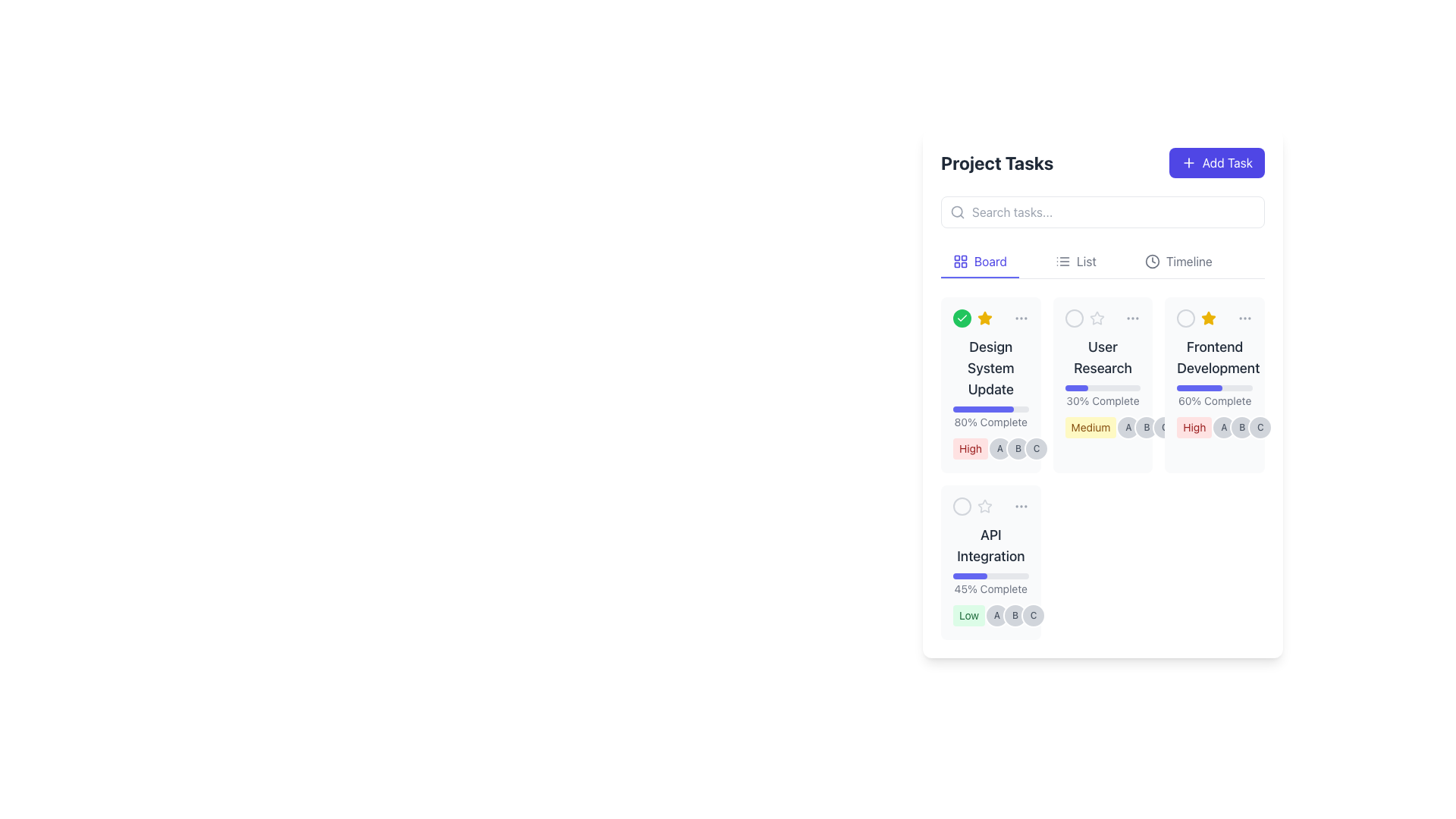 This screenshot has height=819, width=1456. What do you see at coordinates (1242, 427) in the screenshot?
I see `the group of circular icons labeled 'A', 'B', and 'C' located at the bottom-right of the 'Frontend Development' card in the 'Project Tasks' interface for further interactions` at bounding box center [1242, 427].